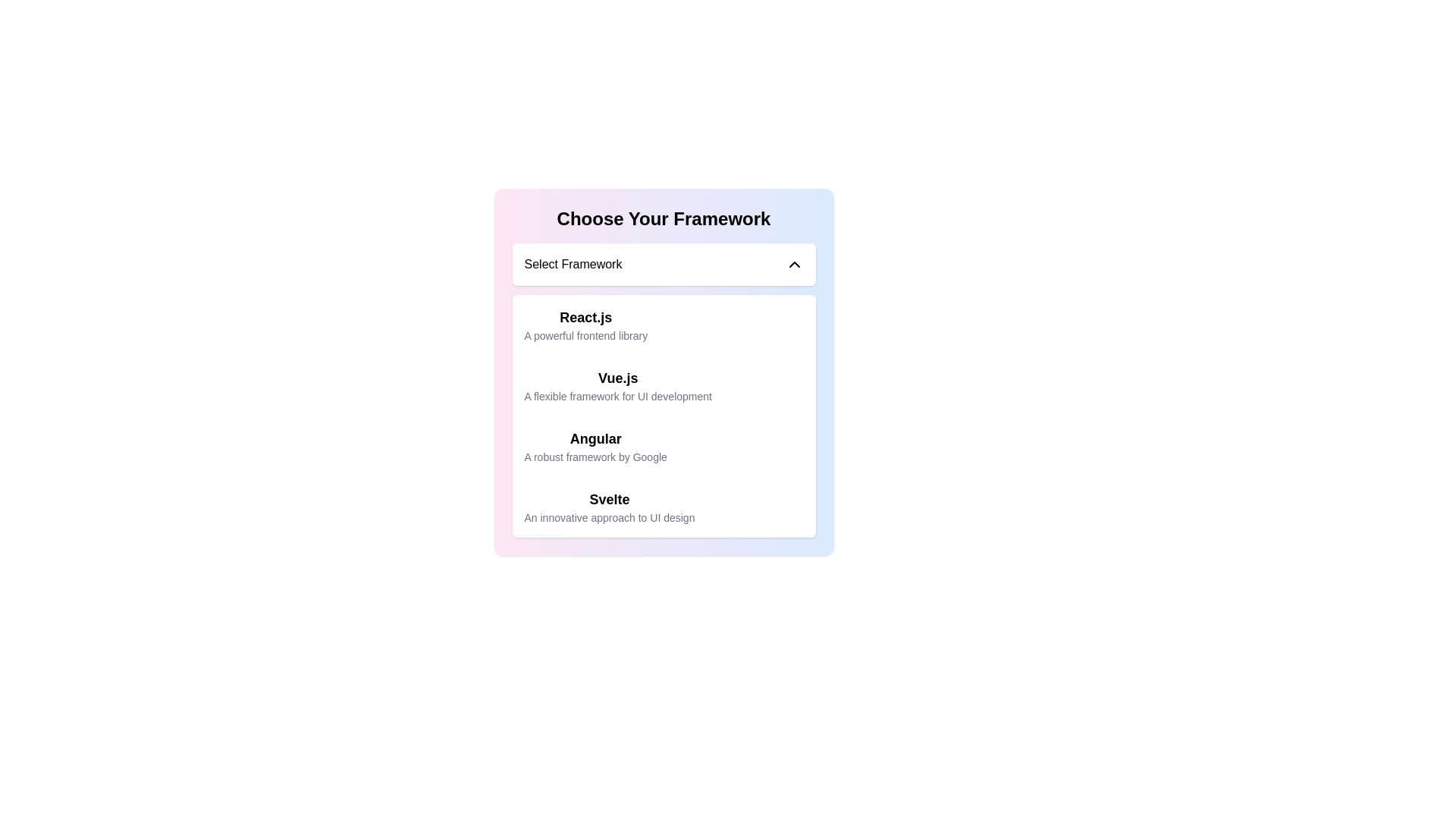  Describe the element at coordinates (585, 324) in the screenshot. I see `the List item with the title 'React.js' and the description 'A powerful frontend library'` at that location.